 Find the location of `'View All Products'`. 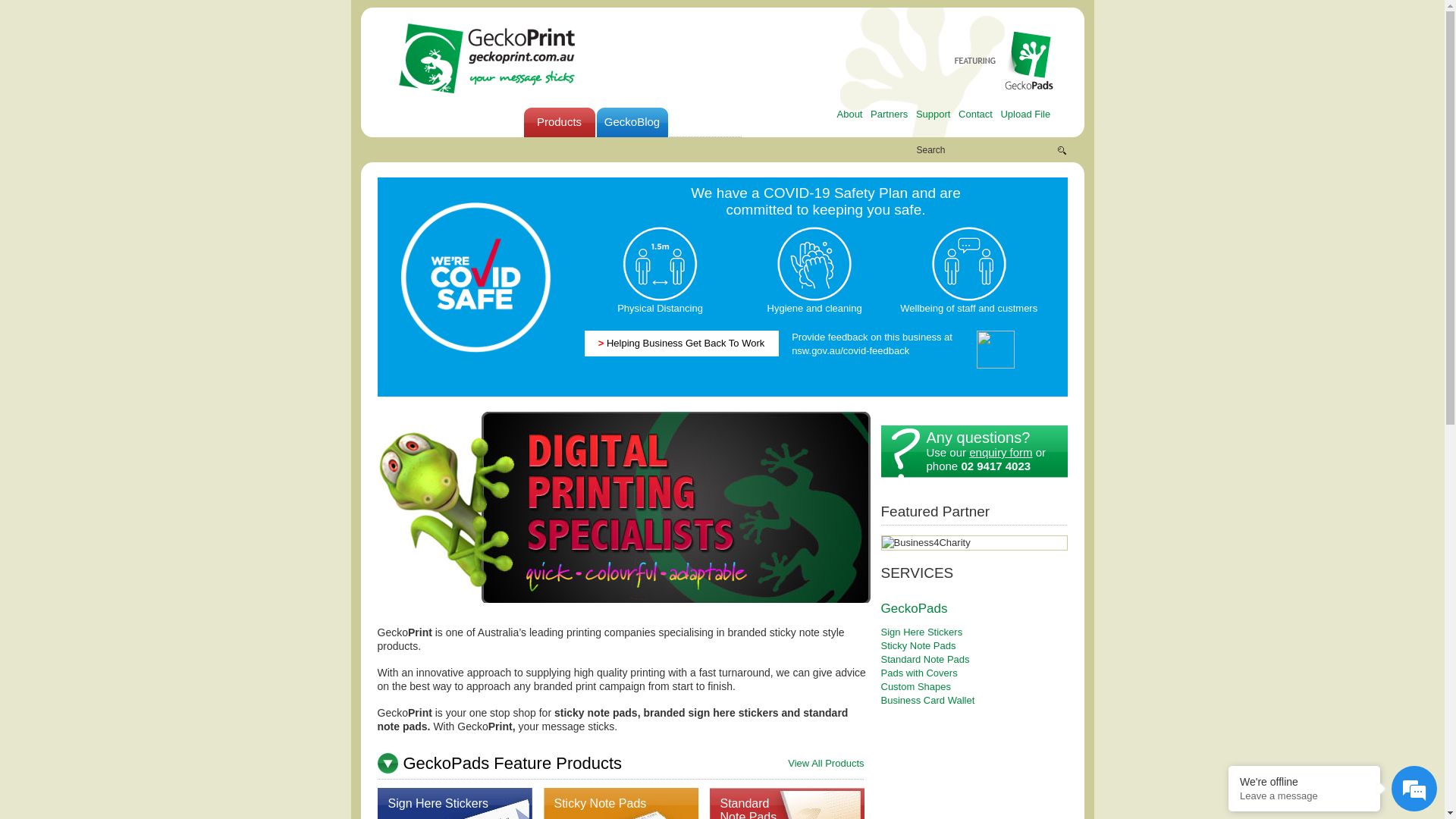

'View All Products' is located at coordinates (825, 763).